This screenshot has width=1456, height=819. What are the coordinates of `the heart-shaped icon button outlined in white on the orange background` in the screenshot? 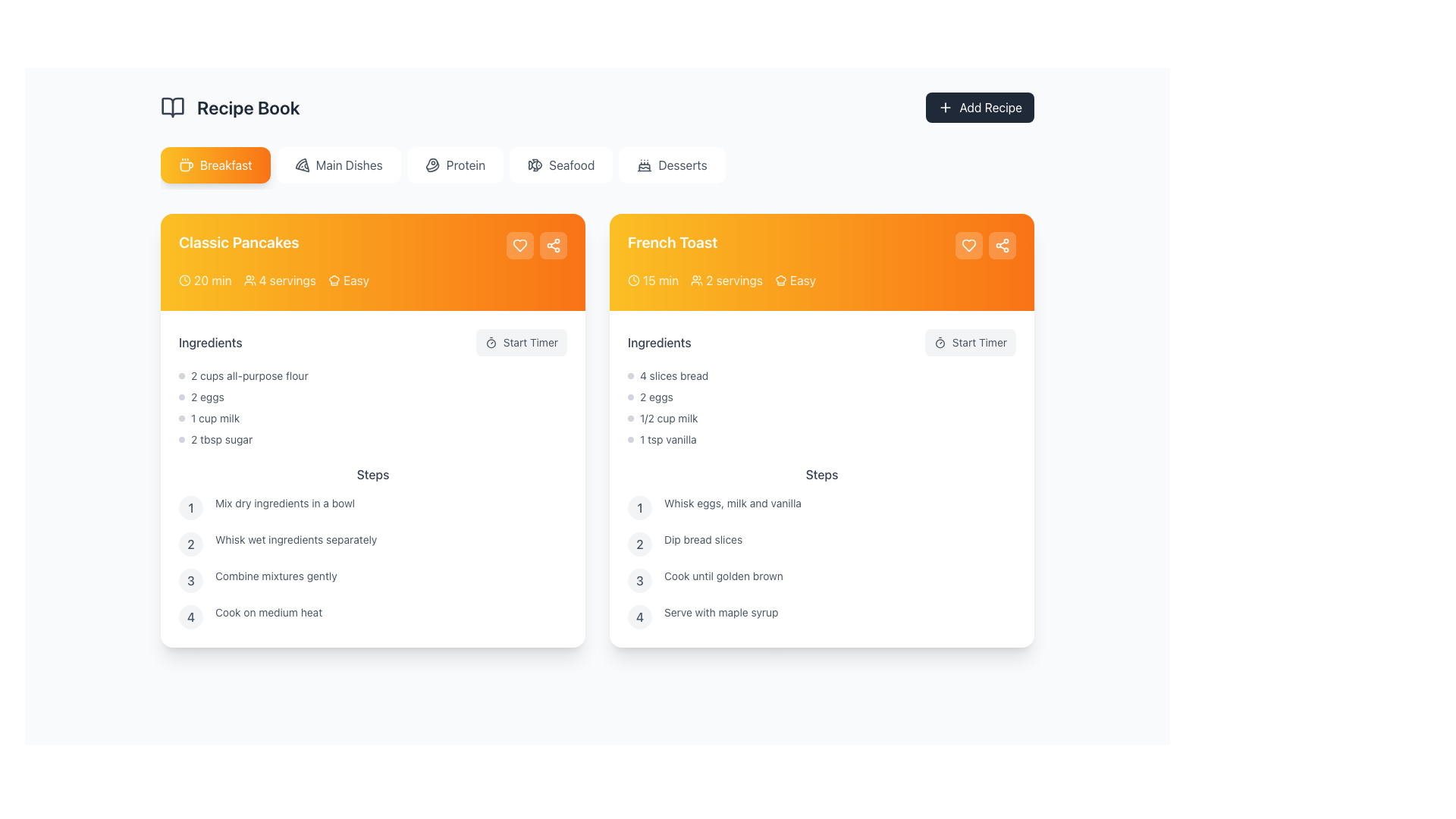 It's located at (968, 245).